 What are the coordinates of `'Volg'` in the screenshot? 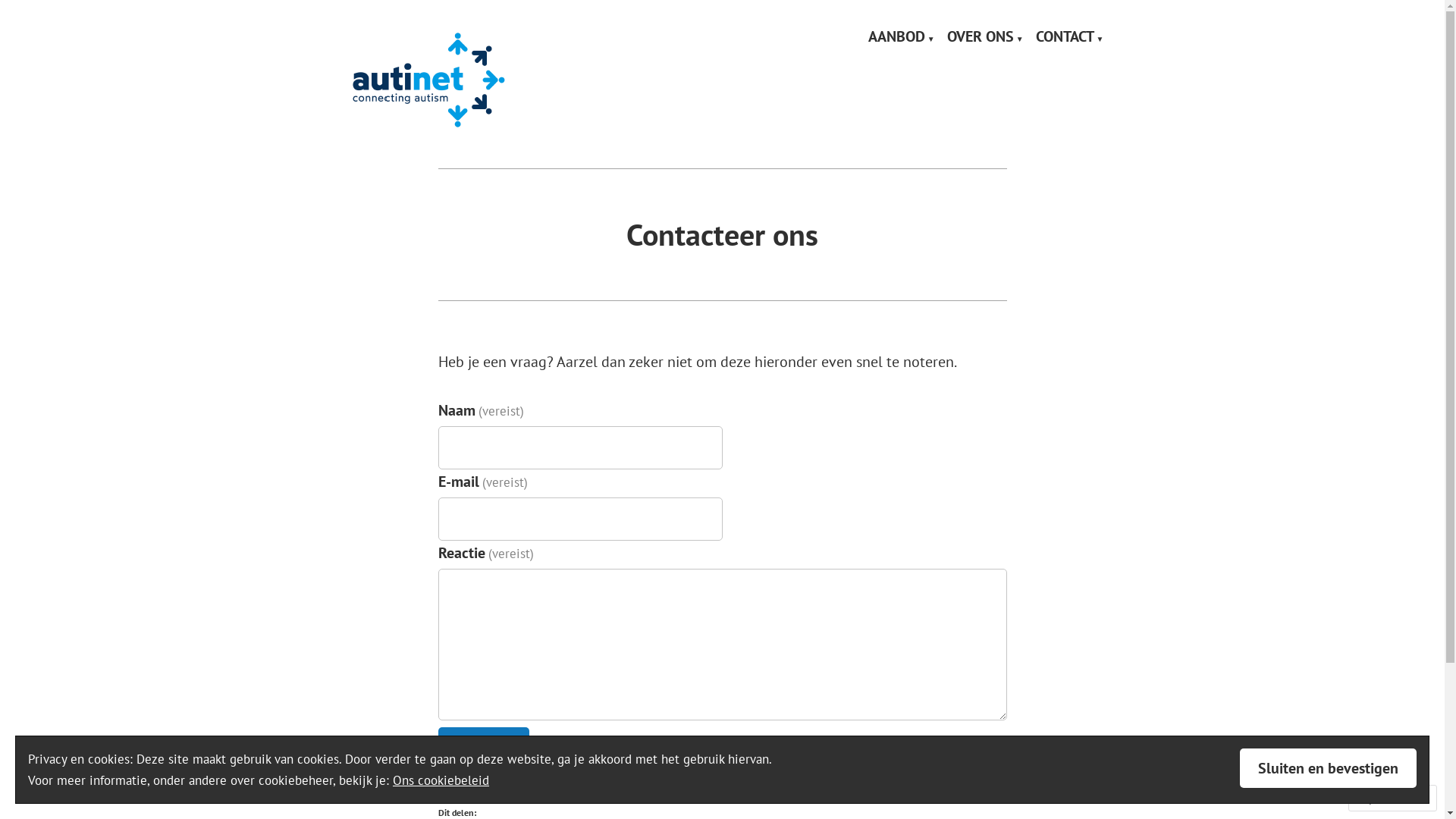 It's located at (1354, 797).